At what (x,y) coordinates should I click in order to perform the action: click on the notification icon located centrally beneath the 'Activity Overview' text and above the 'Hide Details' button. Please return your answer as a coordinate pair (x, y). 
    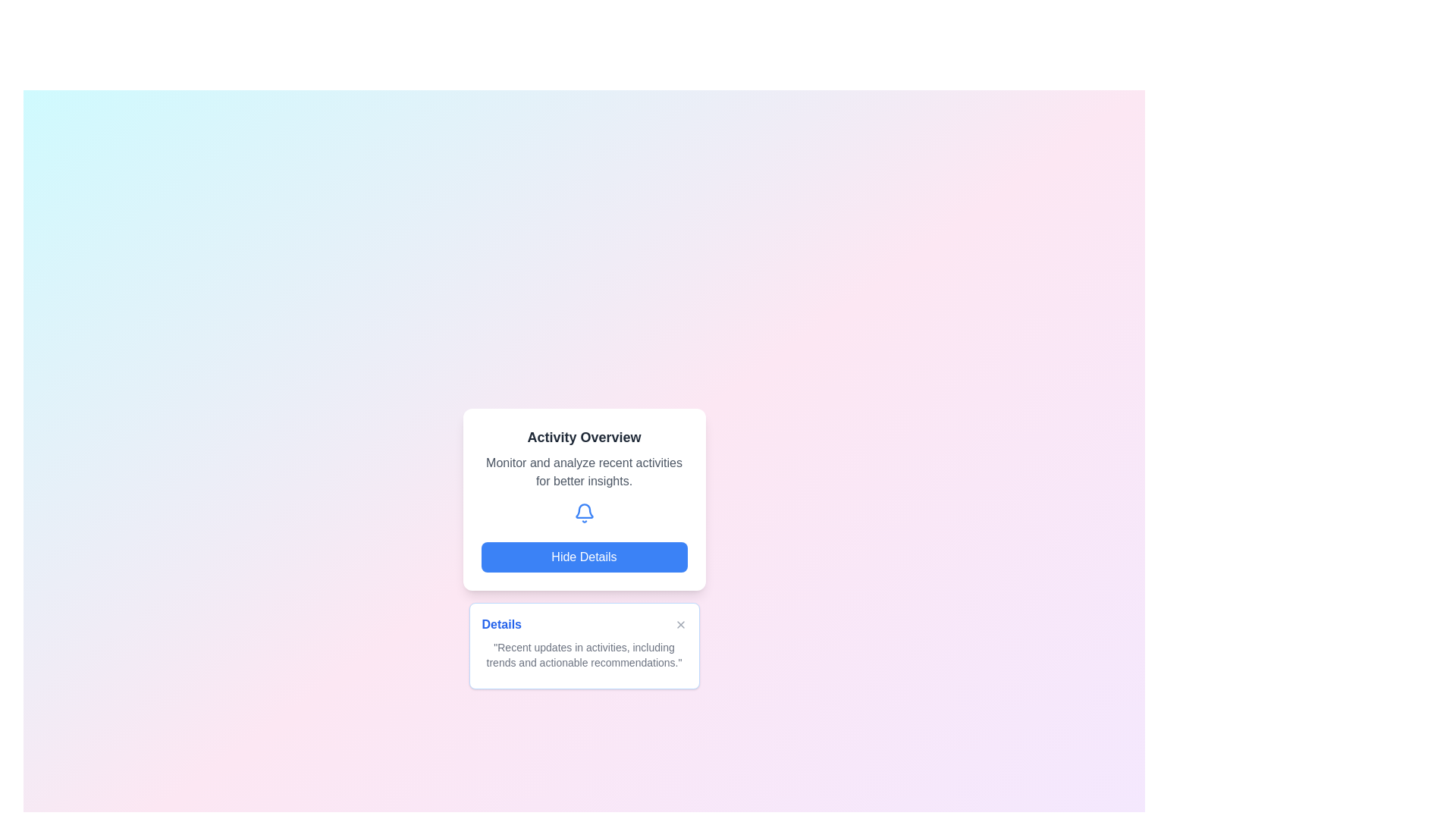
    Looking at the image, I should click on (583, 513).